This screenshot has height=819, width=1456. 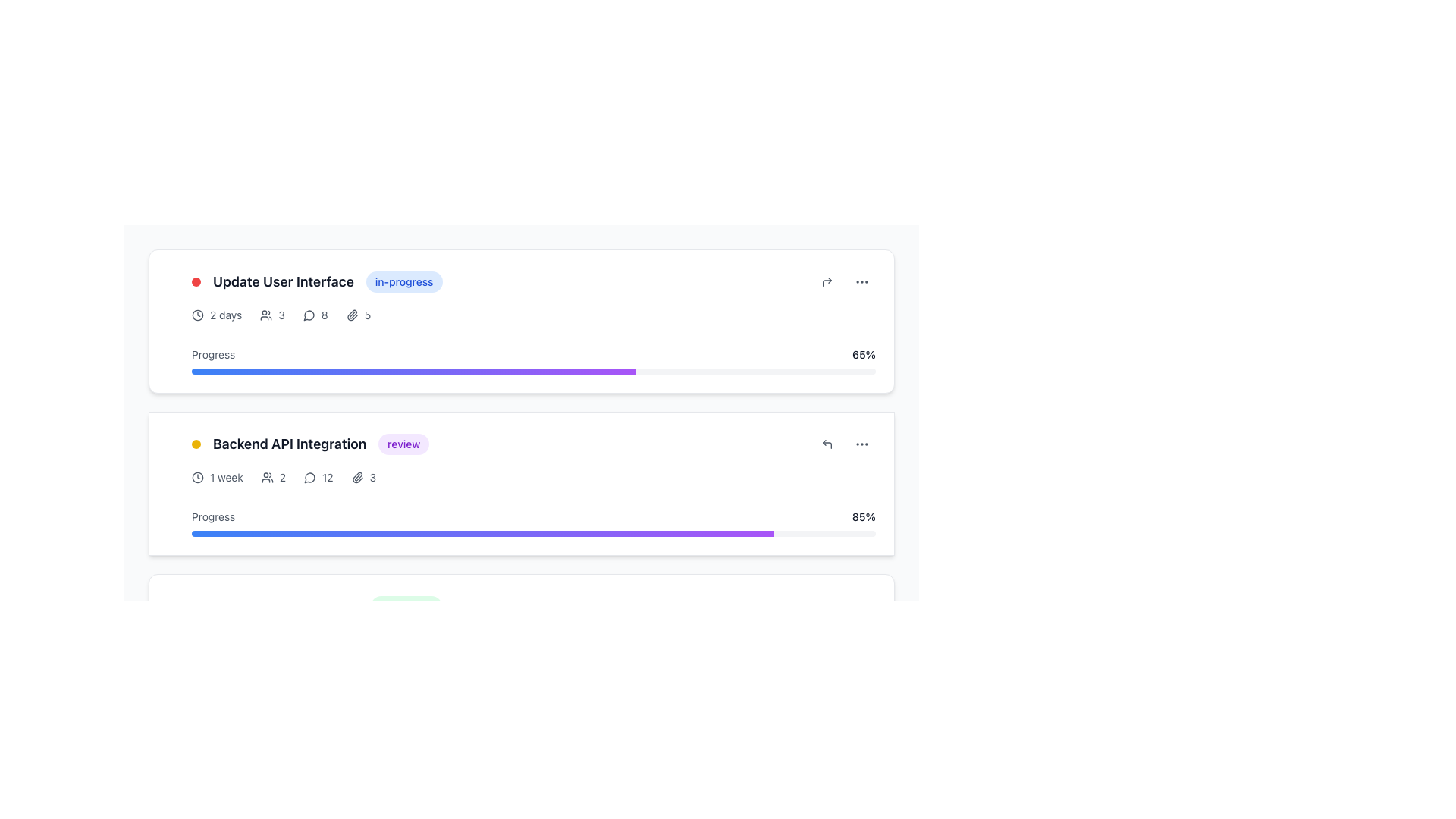 What do you see at coordinates (403, 281) in the screenshot?
I see `the Status label displaying 'in-progress'` at bounding box center [403, 281].